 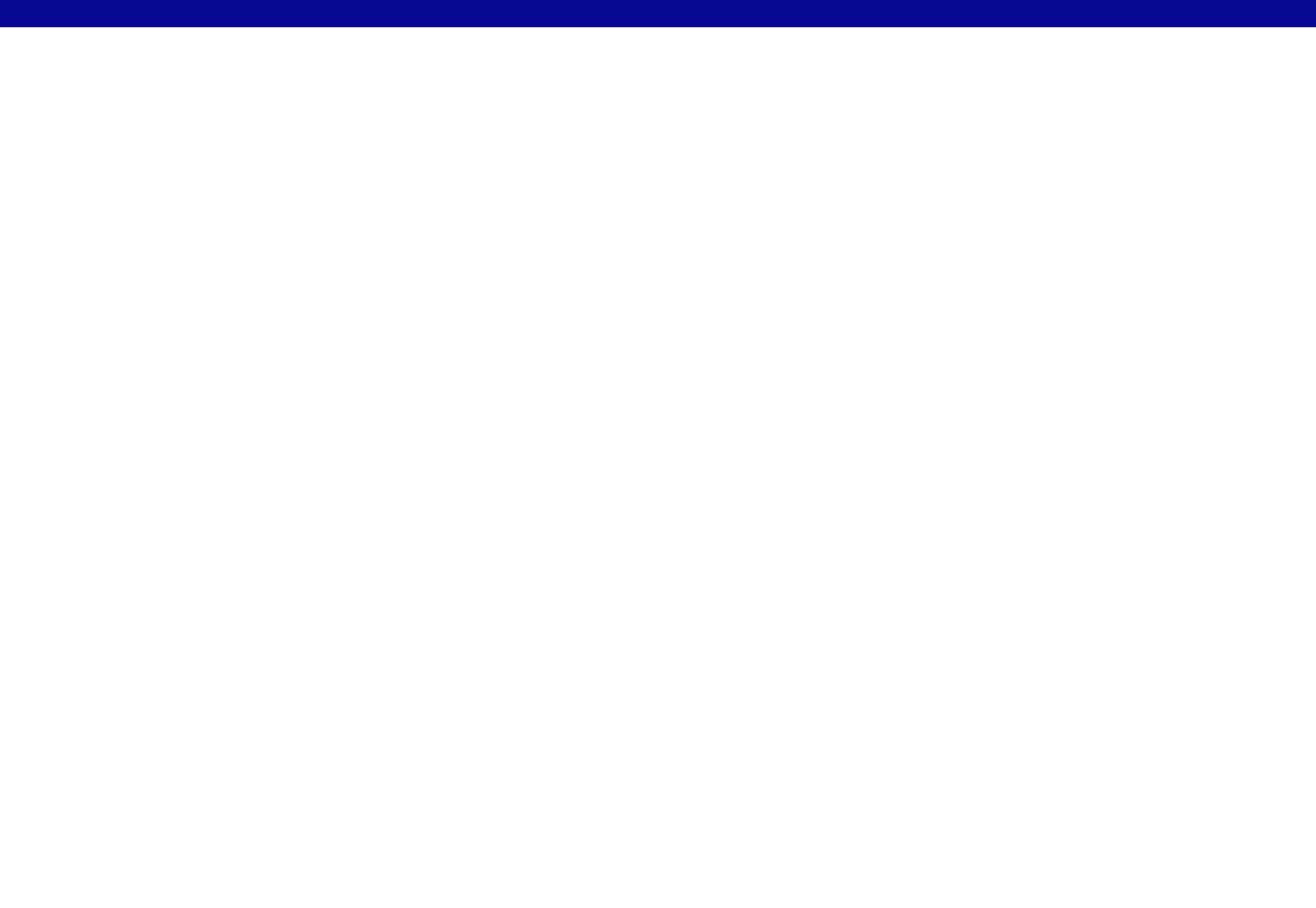 What do you see at coordinates (554, 46) in the screenshot?
I see `'ASFNR22 CME Information'` at bounding box center [554, 46].